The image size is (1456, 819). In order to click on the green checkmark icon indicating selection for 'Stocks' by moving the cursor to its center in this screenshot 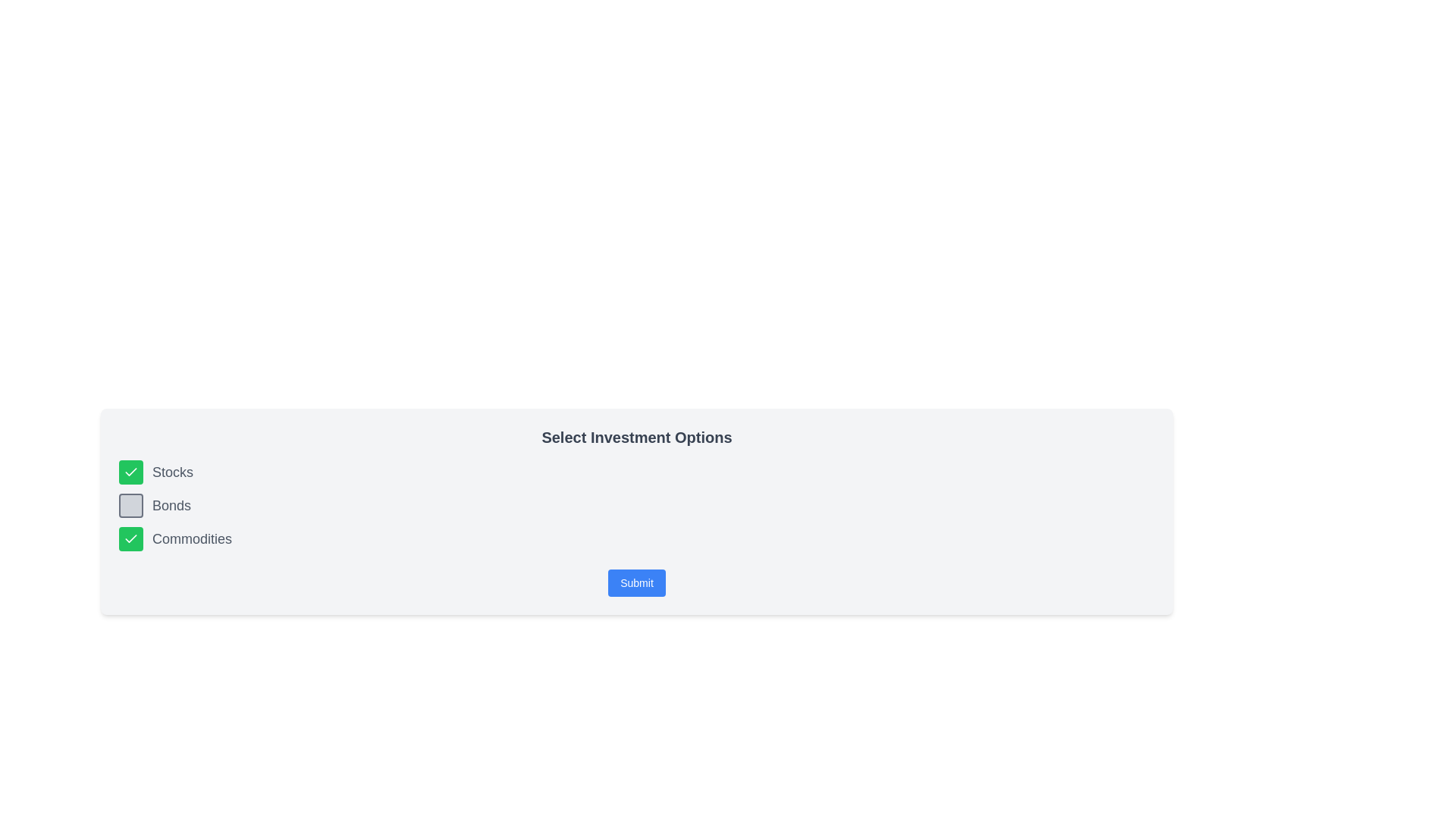, I will do `click(130, 470)`.